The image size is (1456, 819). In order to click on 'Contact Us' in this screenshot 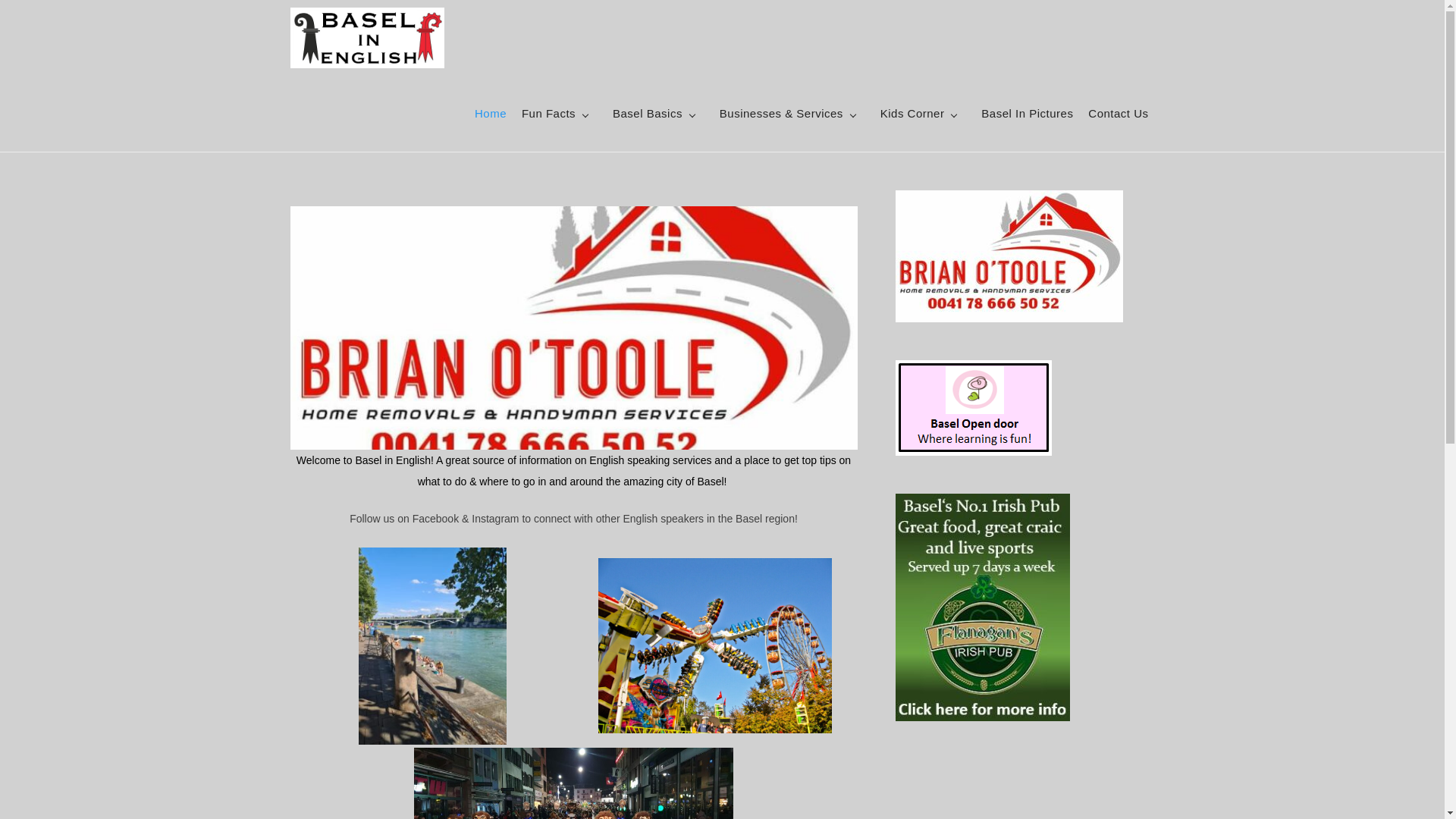, I will do `click(1118, 113)`.